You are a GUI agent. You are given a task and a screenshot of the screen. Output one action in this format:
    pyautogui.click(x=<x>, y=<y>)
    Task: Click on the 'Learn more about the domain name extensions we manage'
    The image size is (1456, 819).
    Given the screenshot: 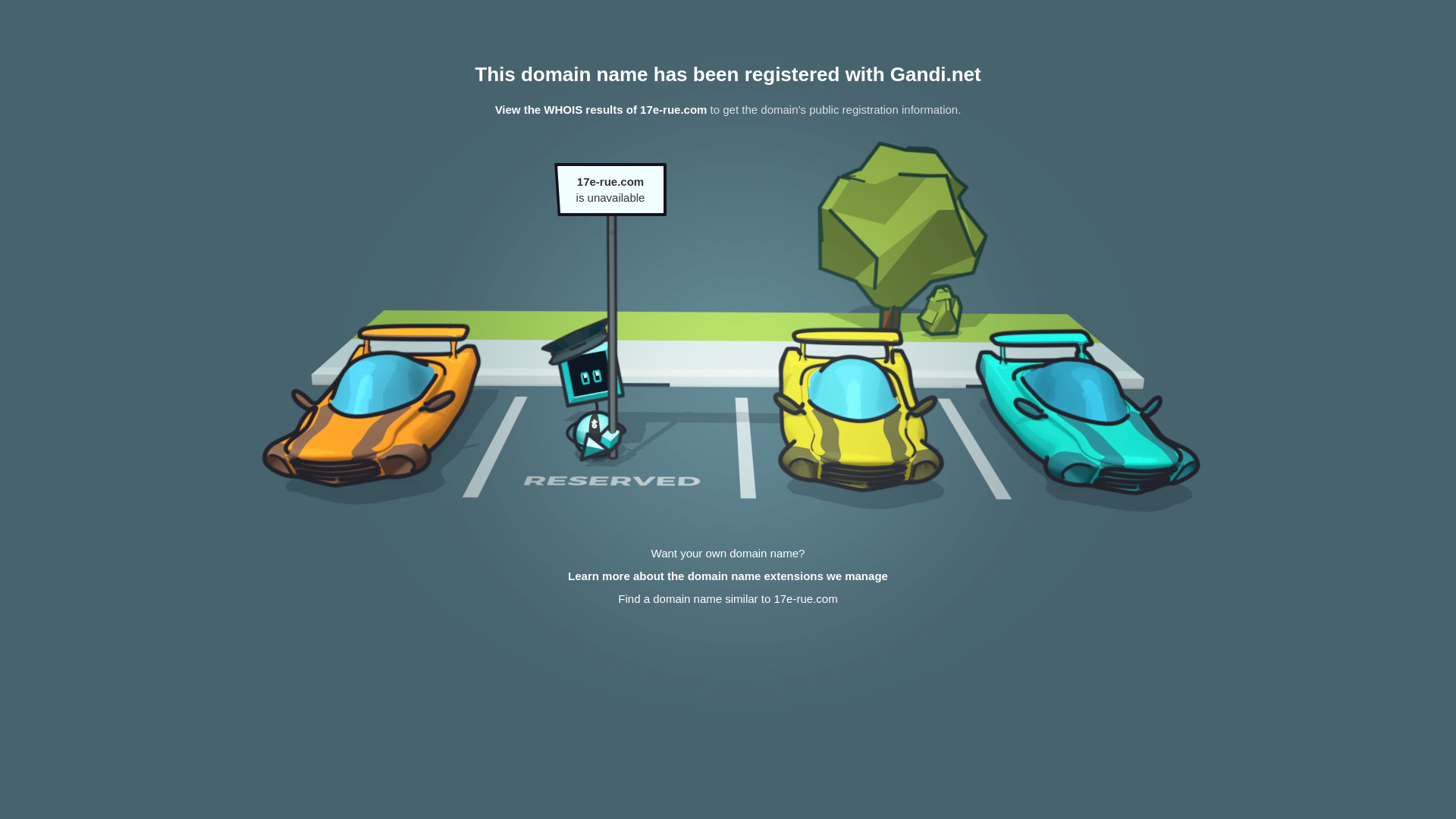 What is the action you would take?
    pyautogui.click(x=728, y=576)
    